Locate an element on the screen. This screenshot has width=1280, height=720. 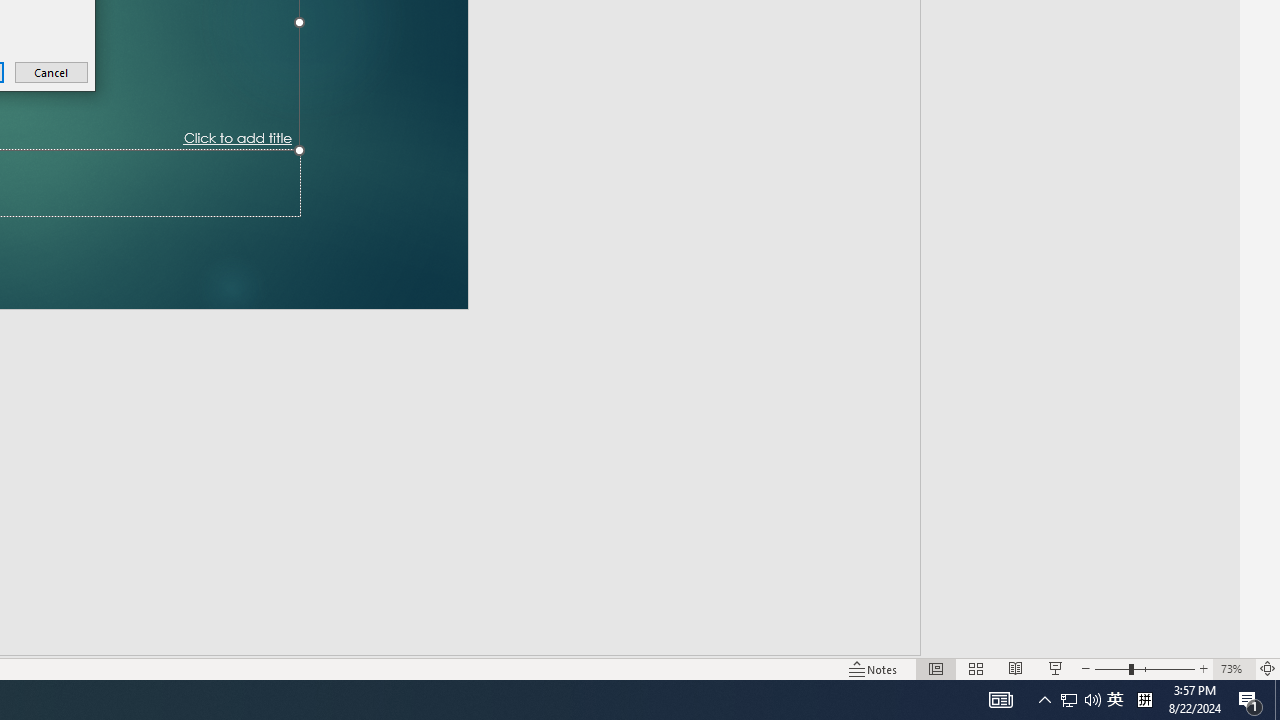
'User Promoted Notification Area' is located at coordinates (1068, 698).